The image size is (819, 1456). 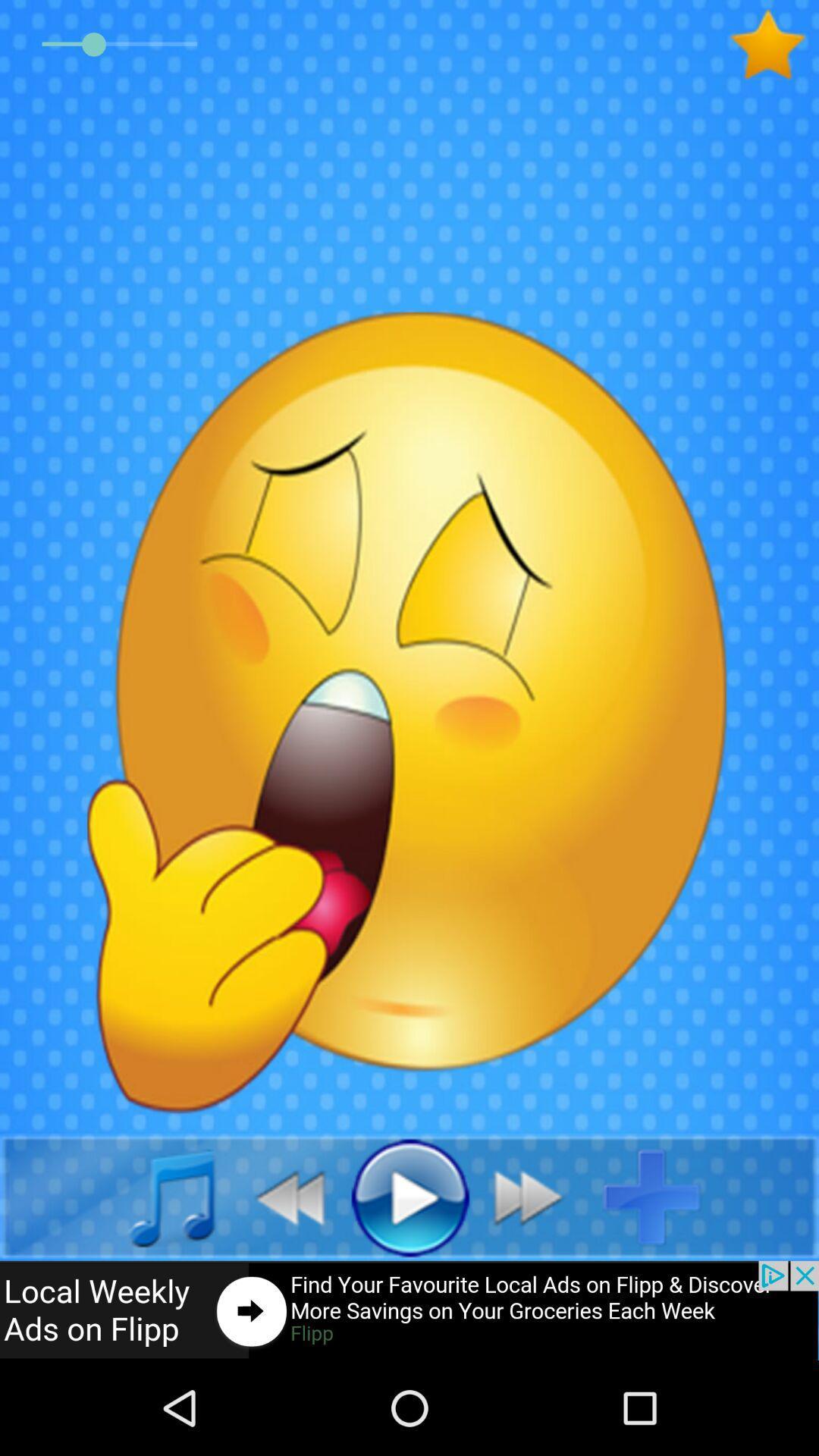 I want to click on advertisement, so click(x=409, y=1310).